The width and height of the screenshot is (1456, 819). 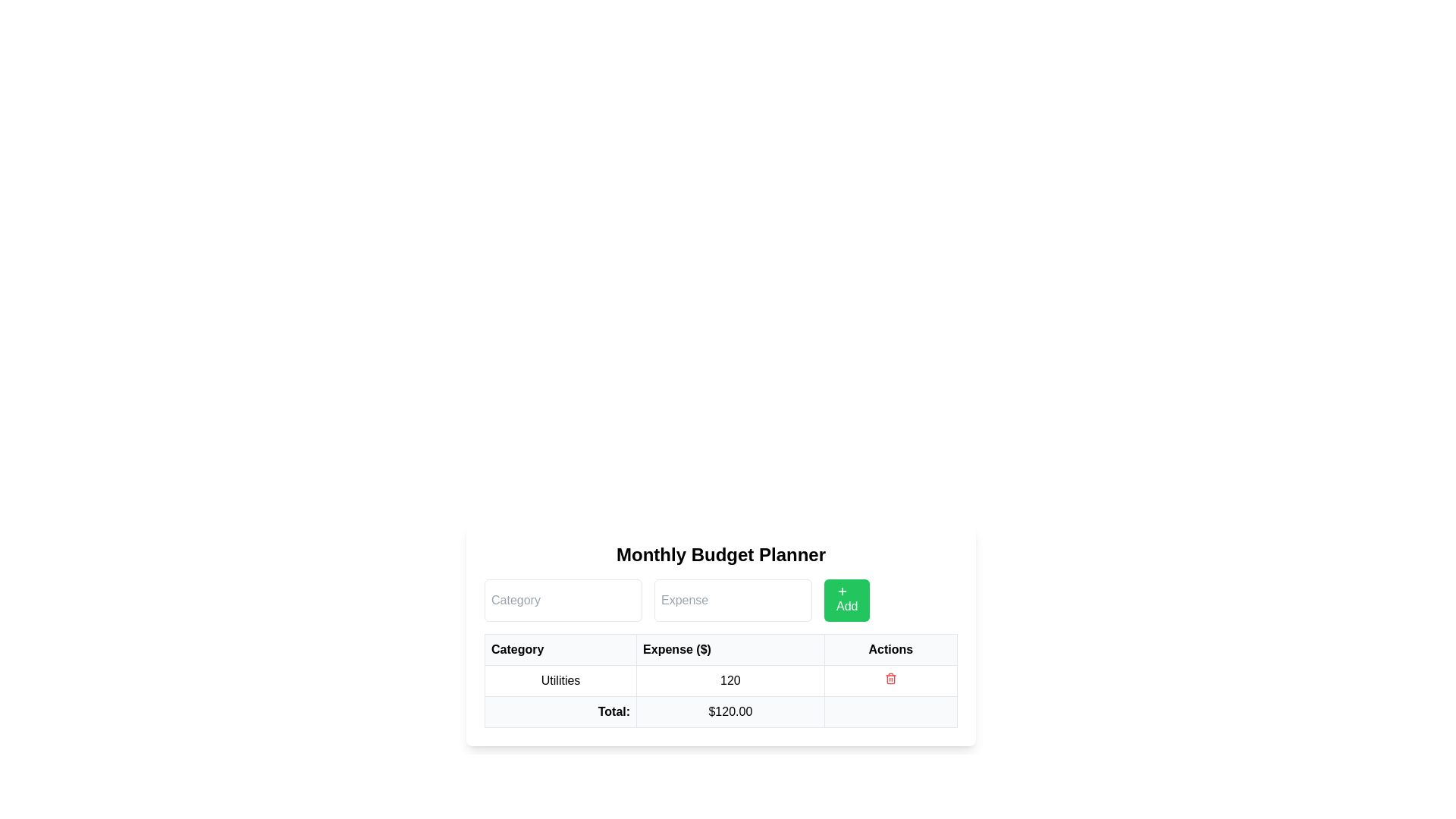 I want to click on the text label displaying '120' in the 'Expense ($)' column aligned with the 'Utilities' row in the table under 'Category Expense ($) Actions', so click(x=720, y=680).